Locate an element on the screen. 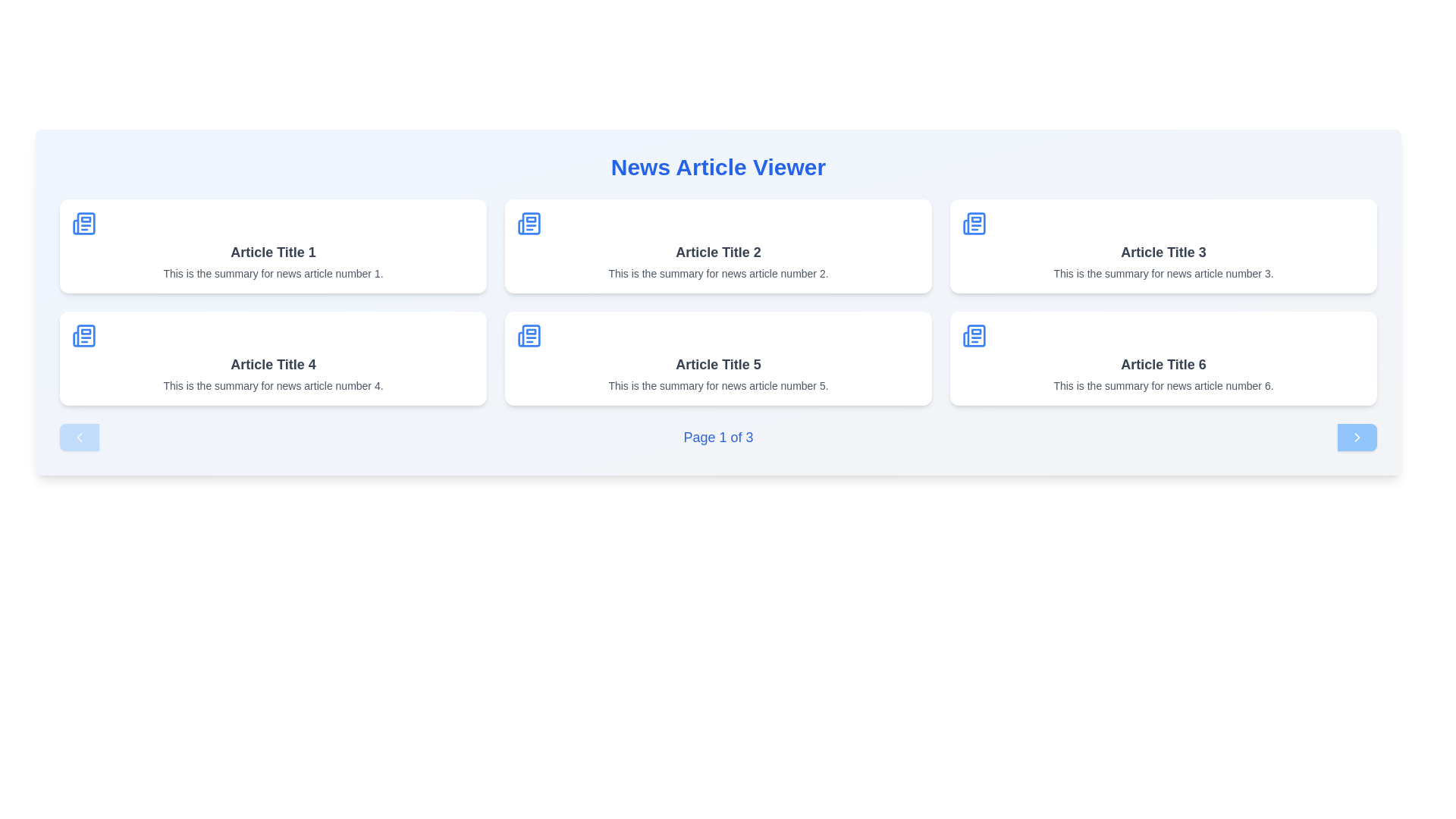 Image resolution: width=1456 pixels, height=819 pixels. the blue pictogram icon representing a newspaper associated with the article titled 'Article Title 2' is located at coordinates (529, 223).